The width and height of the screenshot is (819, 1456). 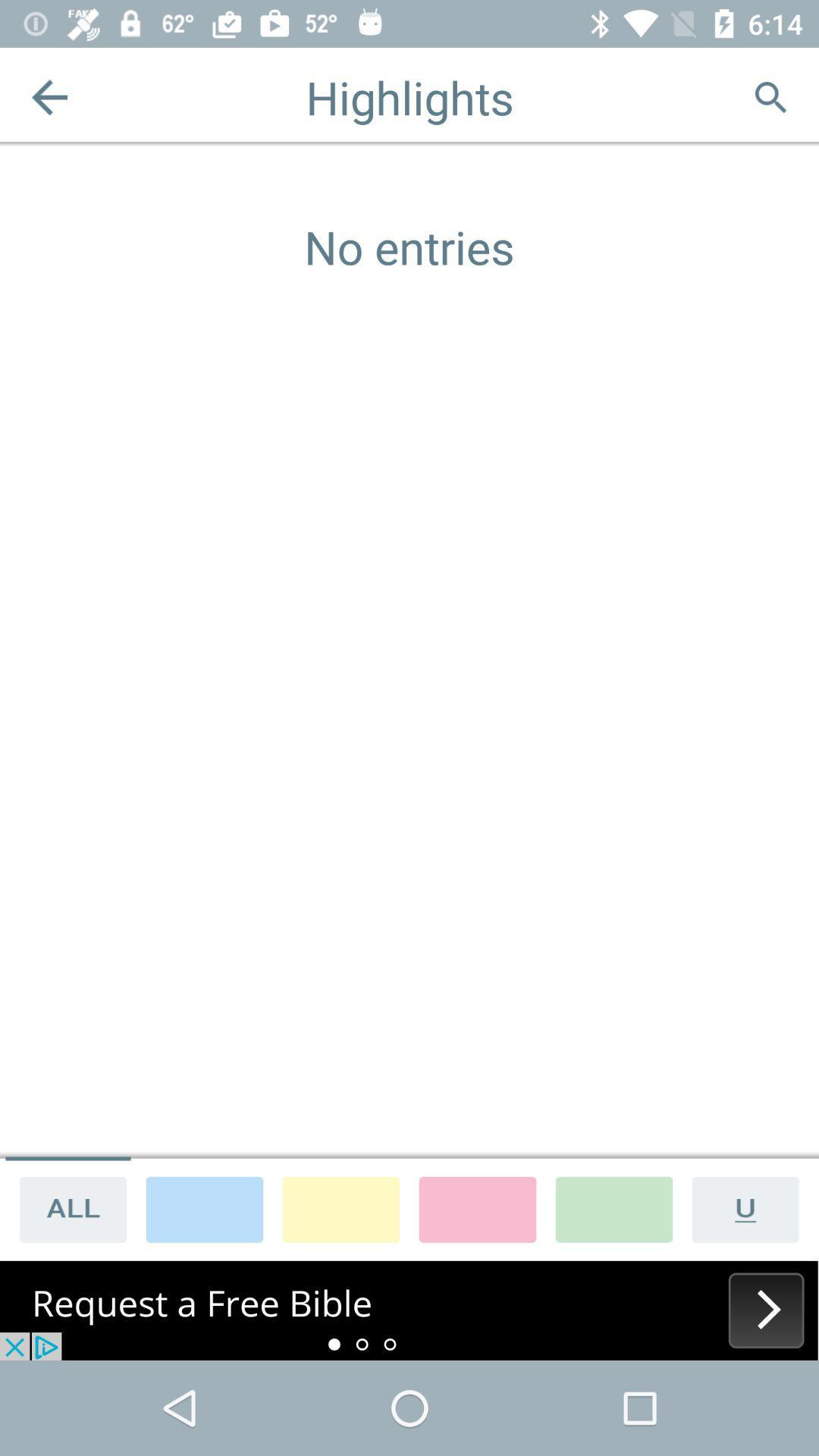 What do you see at coordinates (476, 1208) in the screenshot?
I see `change color` at bounding box center [476, 1208].